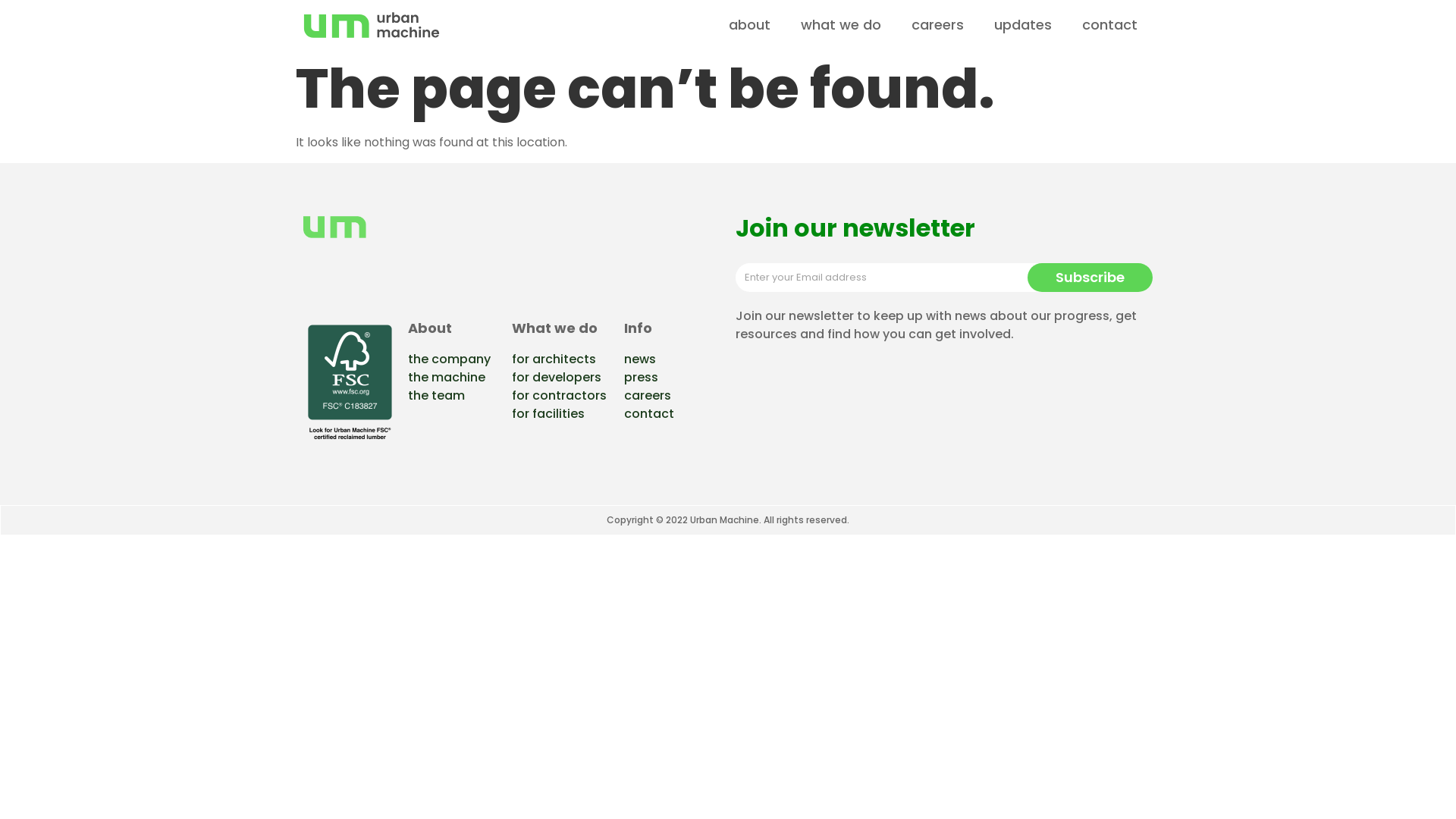  What do you see at coordinates (556, 376) in the screenshot?
I see `'for developers'` at bounding box center [556, 376].